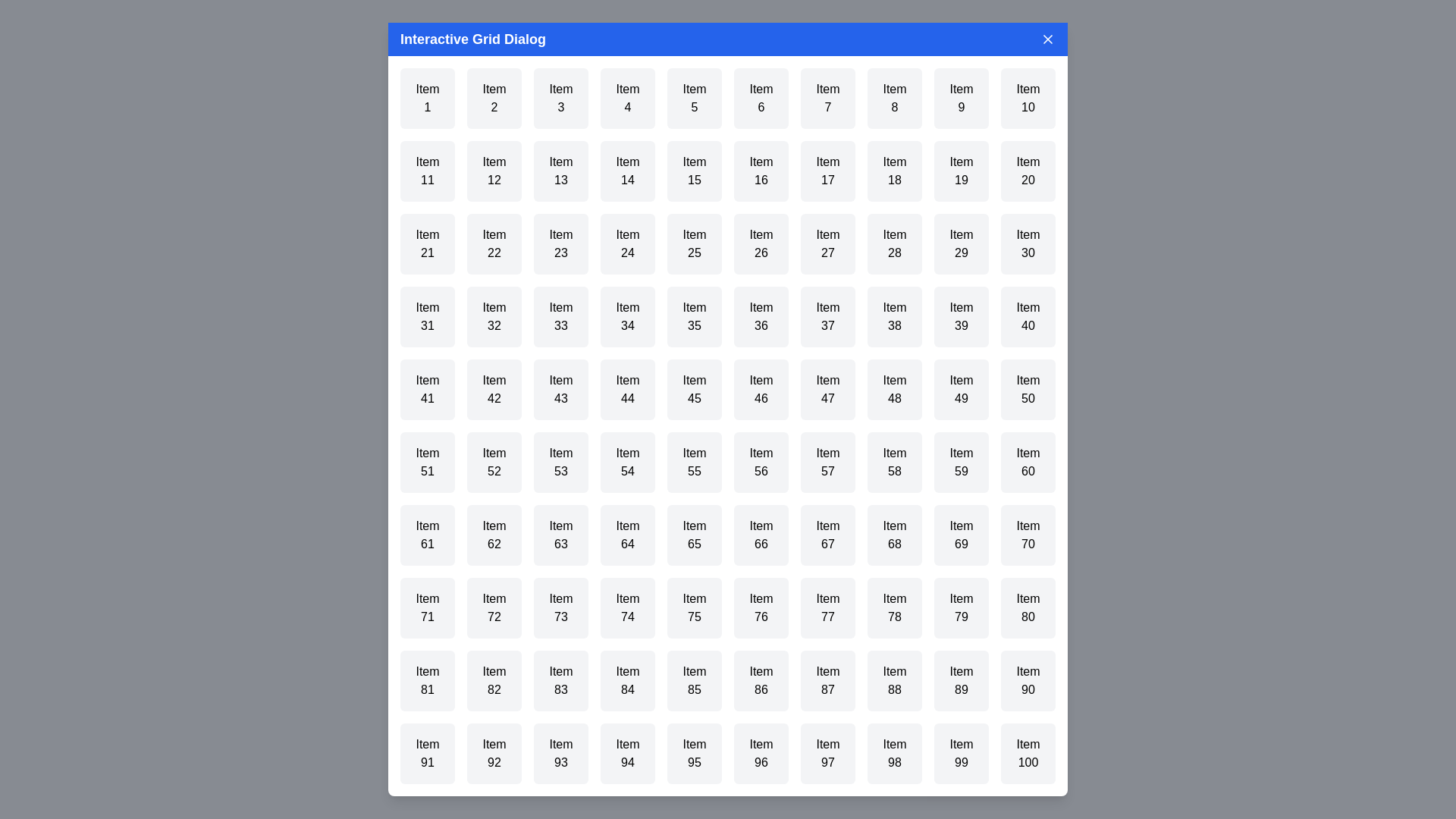  I want to click on the close button to close the dialog, so click(1047, 38).